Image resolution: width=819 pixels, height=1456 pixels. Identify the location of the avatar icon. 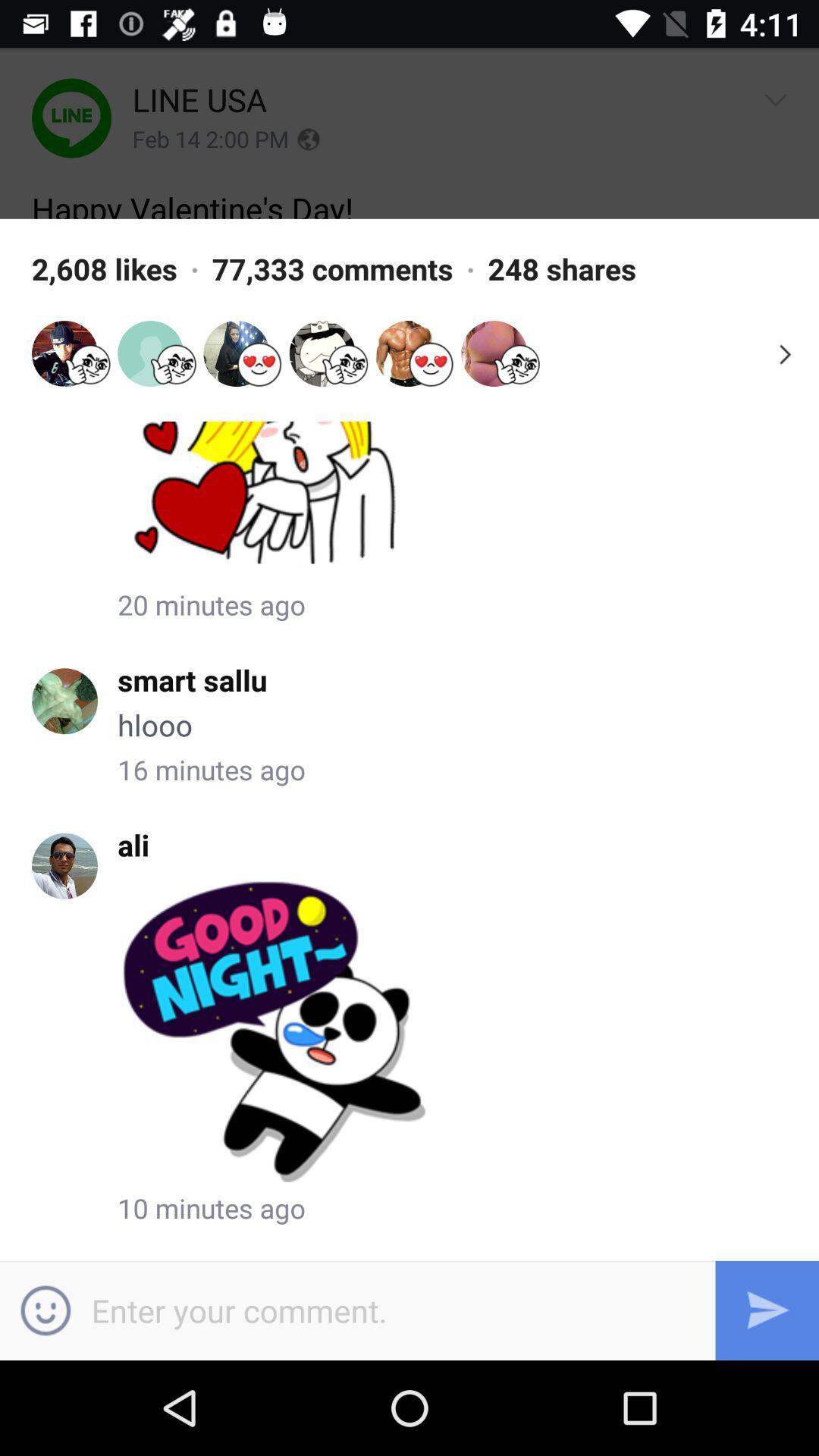
(500, 353).